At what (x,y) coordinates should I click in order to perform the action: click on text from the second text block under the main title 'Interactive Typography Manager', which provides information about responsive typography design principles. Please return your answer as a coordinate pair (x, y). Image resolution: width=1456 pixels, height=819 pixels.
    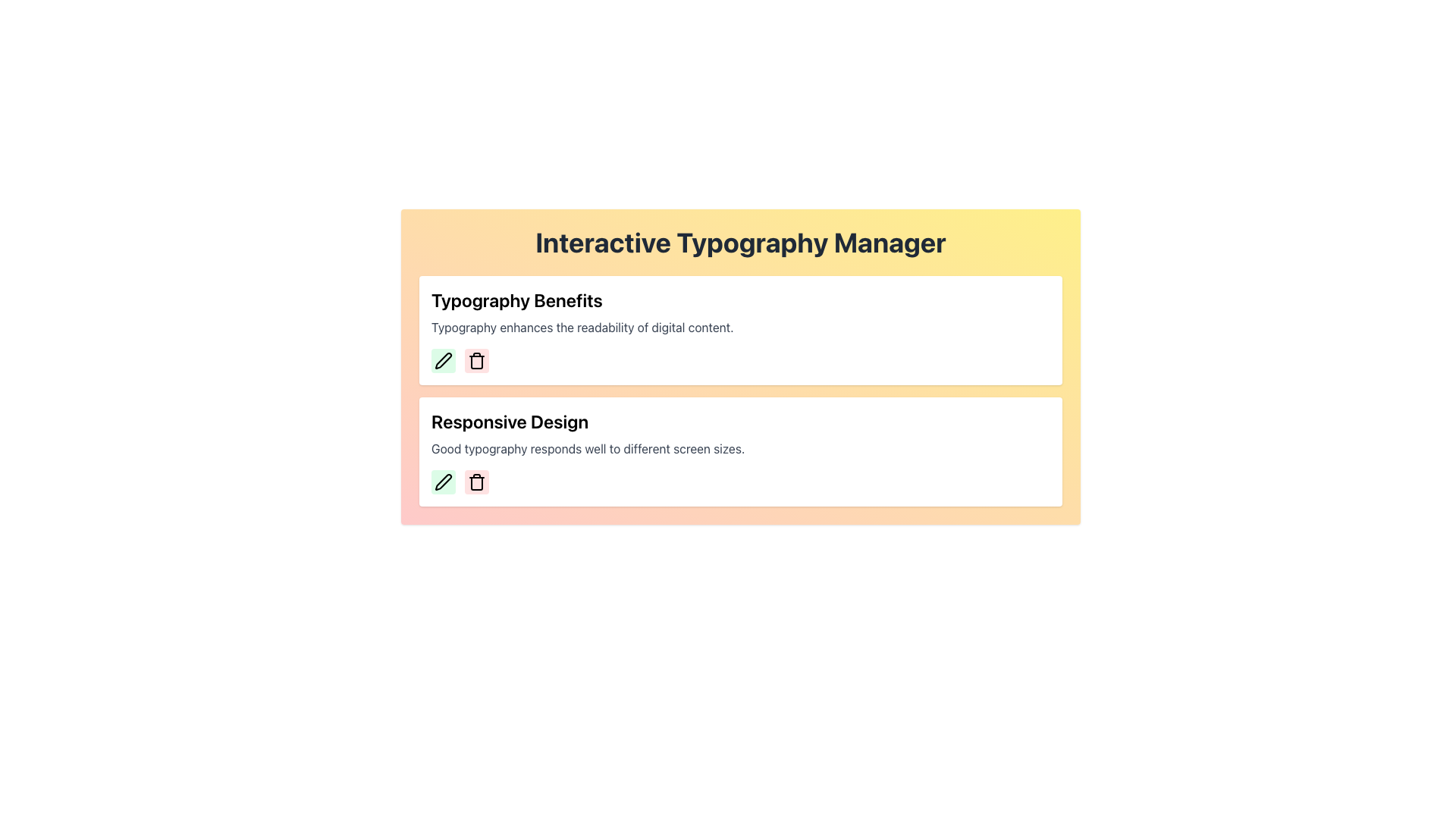
    Looking at the image, I should click on (741, 451).